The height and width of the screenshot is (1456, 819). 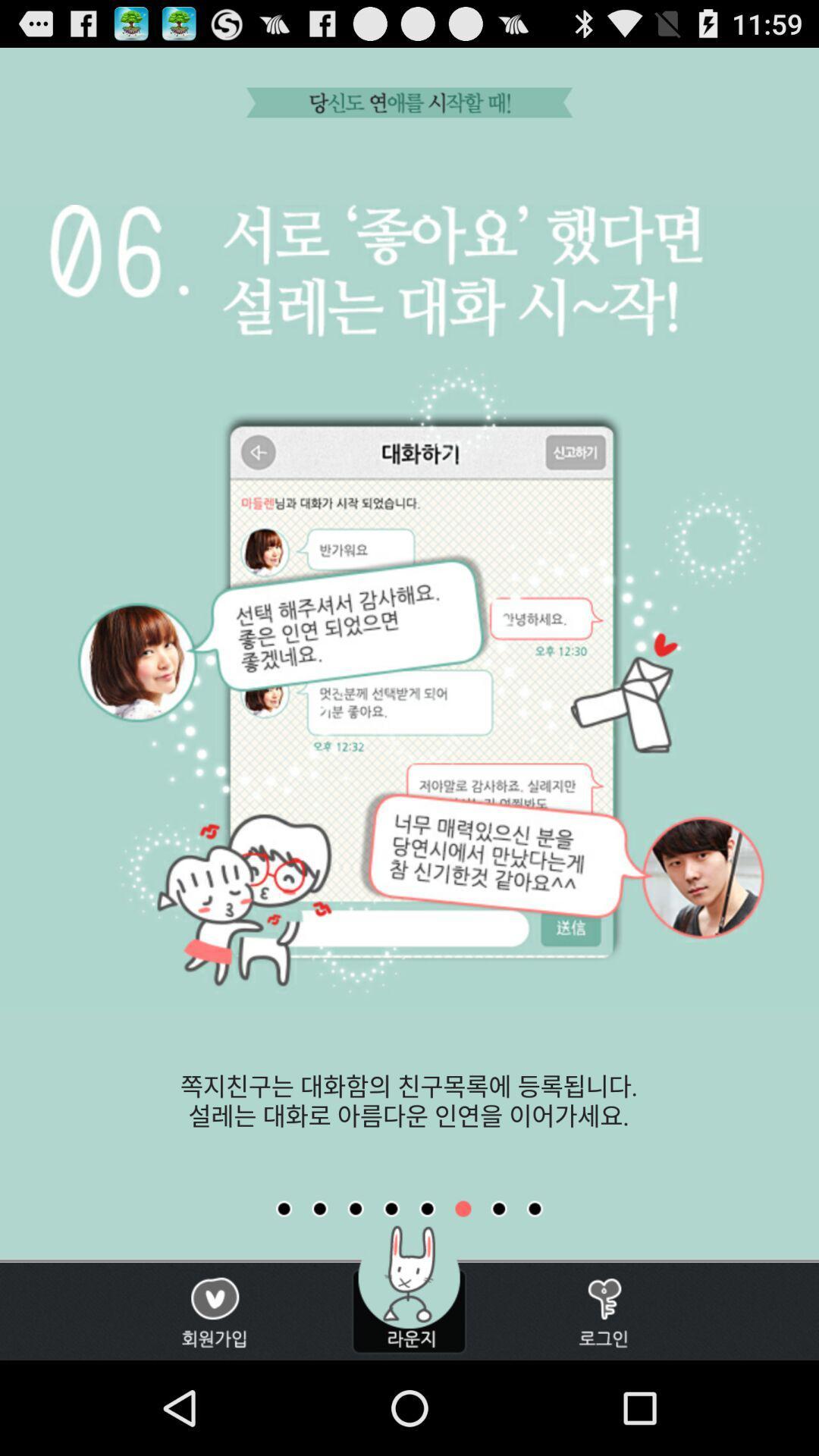 I want to click on second slide, so click(x=318, y=1208).